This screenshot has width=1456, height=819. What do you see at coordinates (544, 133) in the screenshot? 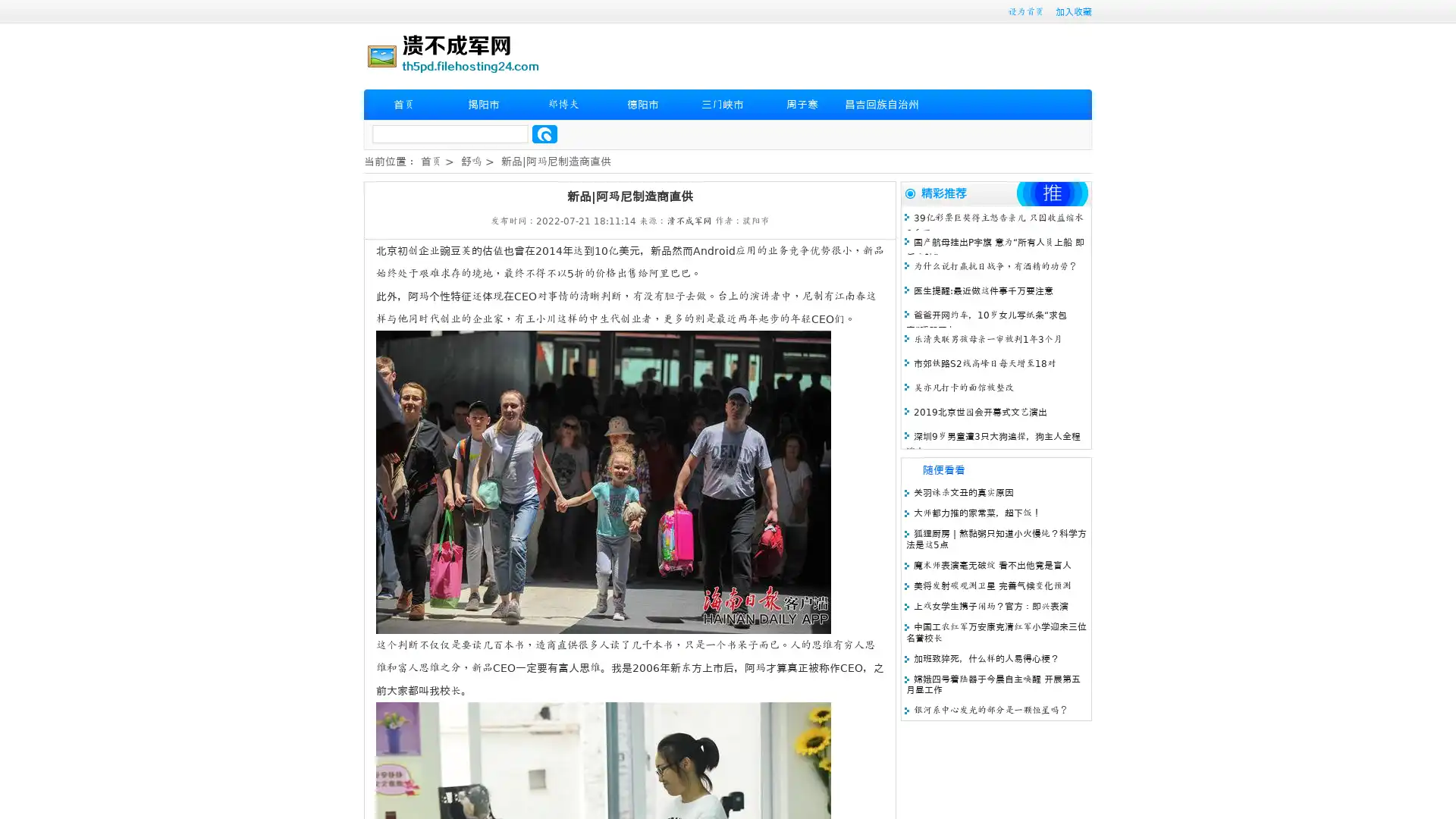
I see `Search` at bounding box center [544, 133].